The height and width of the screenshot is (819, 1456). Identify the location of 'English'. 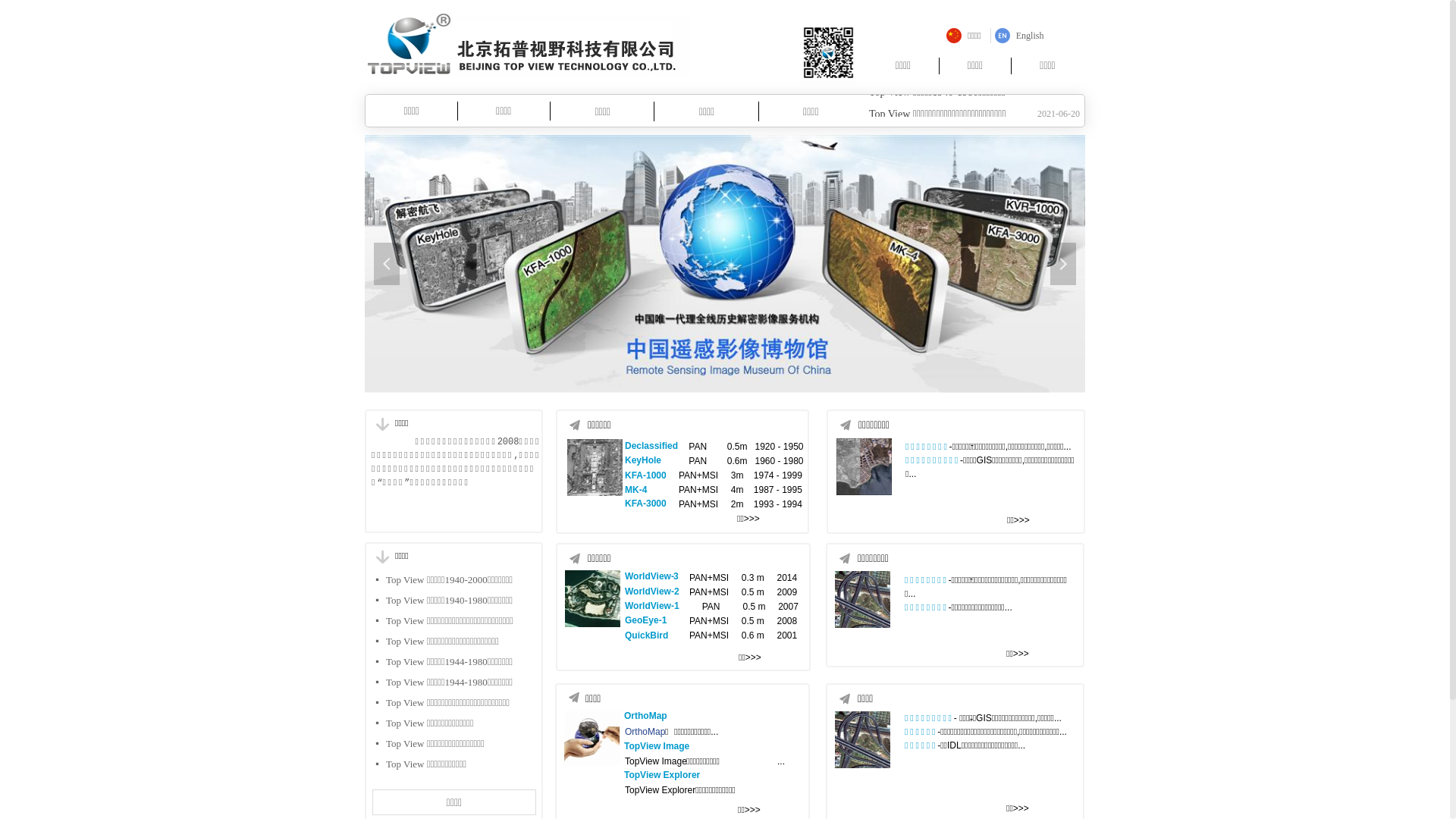
(1019, 34).